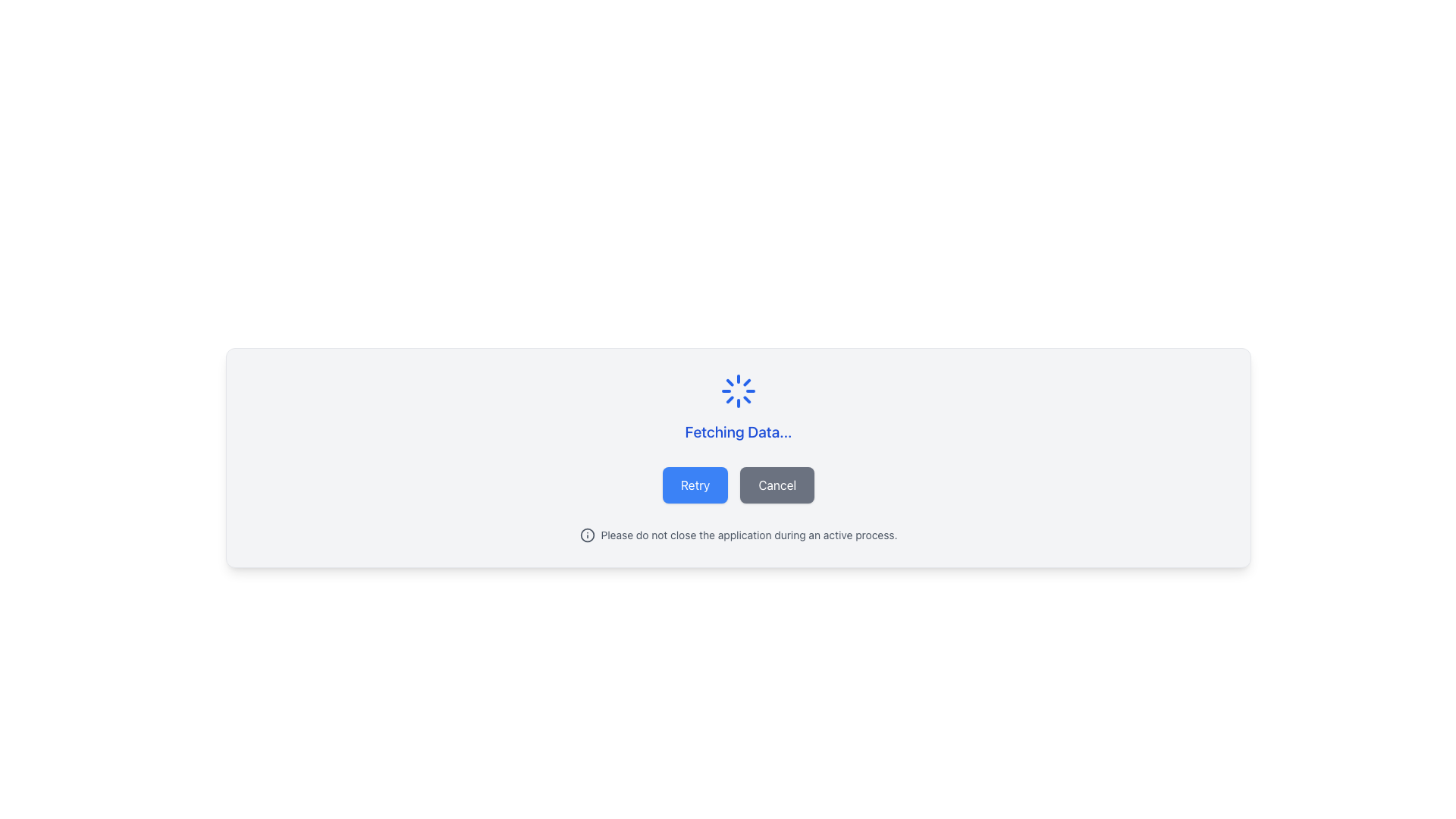 Image resolution: width=1456 pixels, height=819 pixels. What do you see at coordinates (586, 534) in the screenshot?
I see `the SVG Circle element which has a 10-unit radius and serves as the outermost circular boundary of a rounded icon, located between a text section and buttons` at bounding box center [586, 534].